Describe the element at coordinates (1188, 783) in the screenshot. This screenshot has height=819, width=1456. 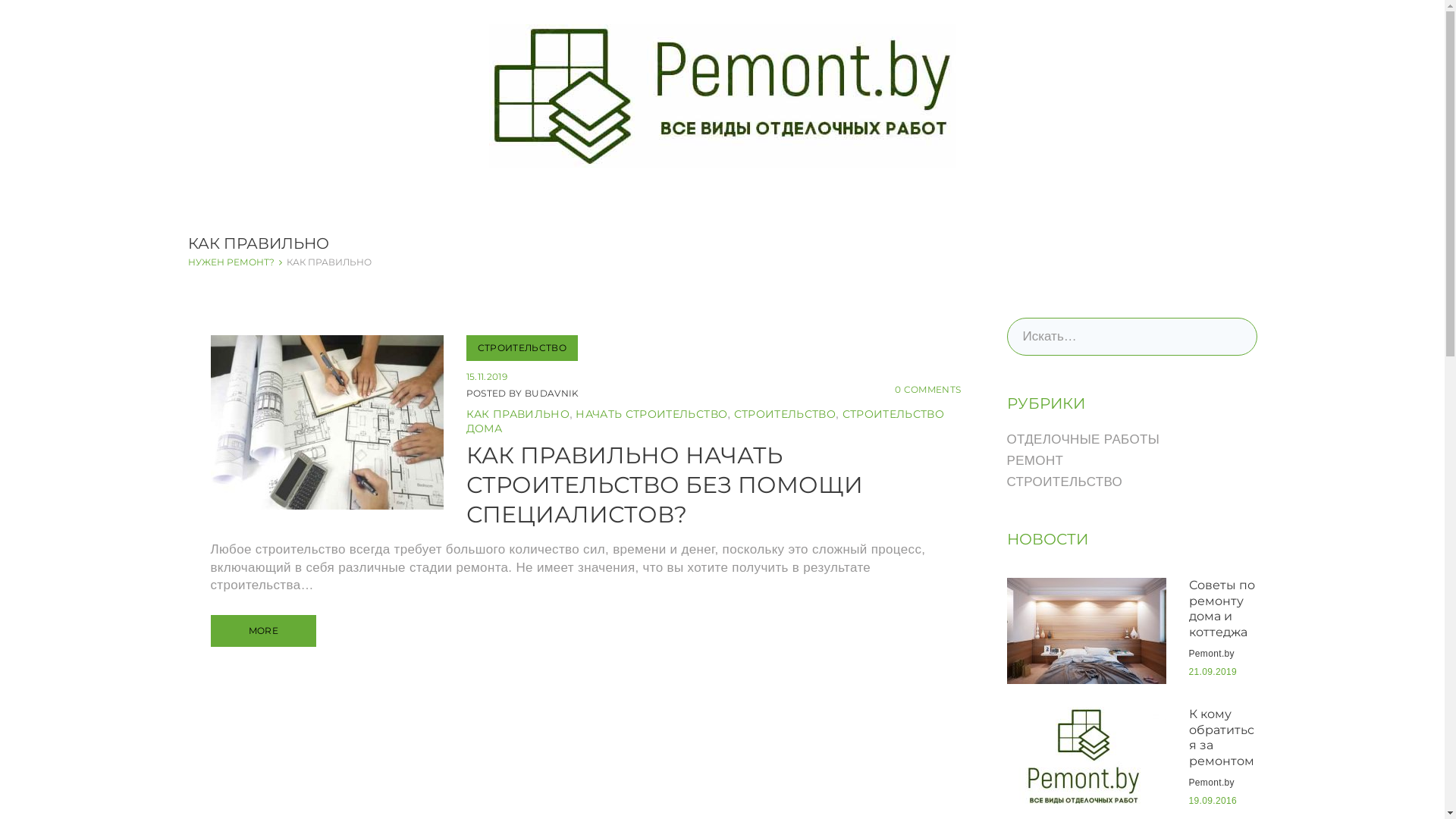
I see `'Pemont.by'` at that location.